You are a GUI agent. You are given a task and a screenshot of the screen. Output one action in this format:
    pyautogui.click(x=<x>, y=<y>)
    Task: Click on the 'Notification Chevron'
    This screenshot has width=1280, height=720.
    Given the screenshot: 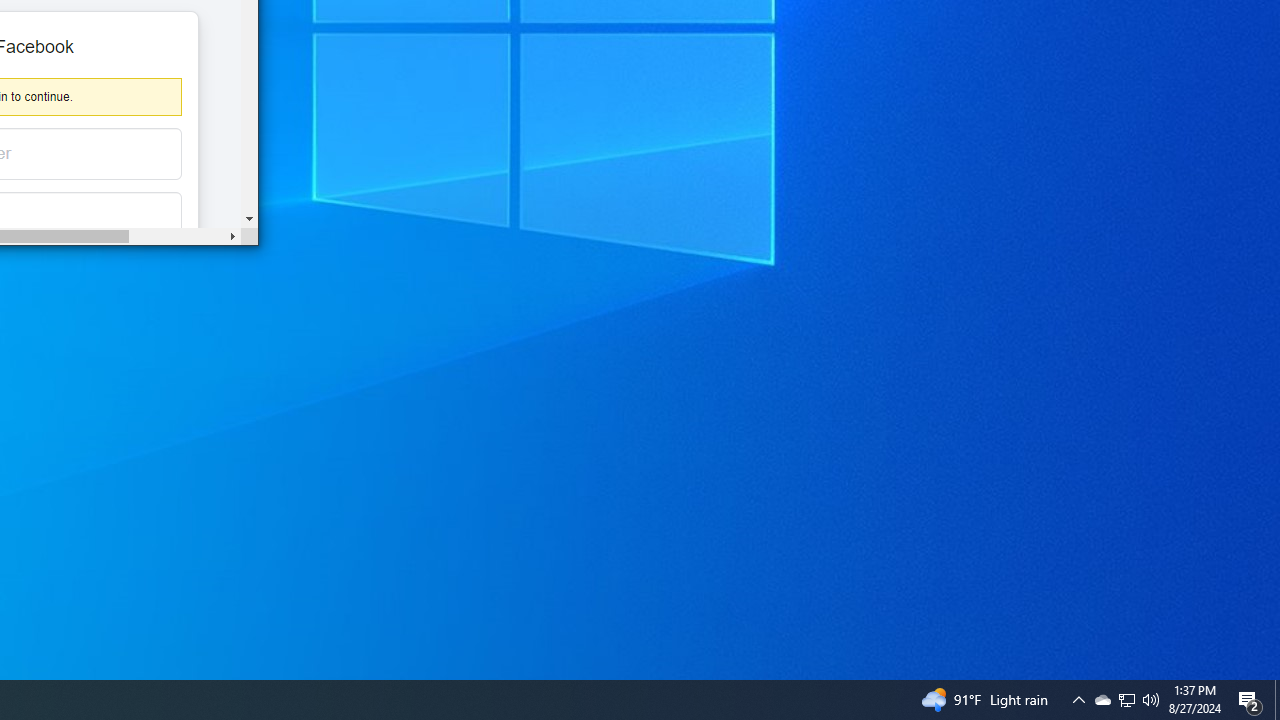 What is the action you would take?
    pyautogui.click(x=1127, y=698)
    